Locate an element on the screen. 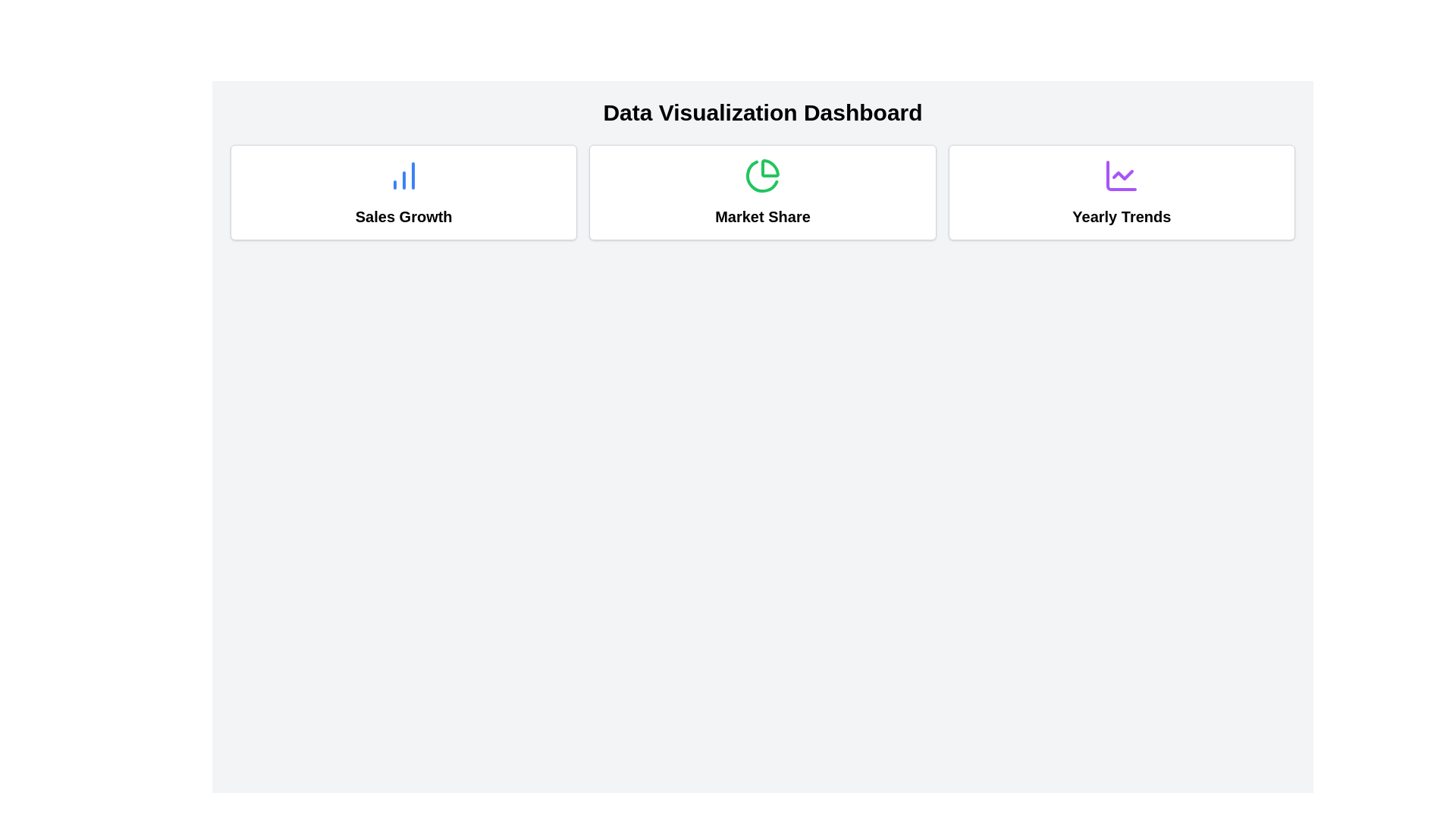  the 'Sales Growth' static text element, which is prominently displayed in bold at the bottom of its card, under a blue bar chart icon is located at coordinates (403, 216).